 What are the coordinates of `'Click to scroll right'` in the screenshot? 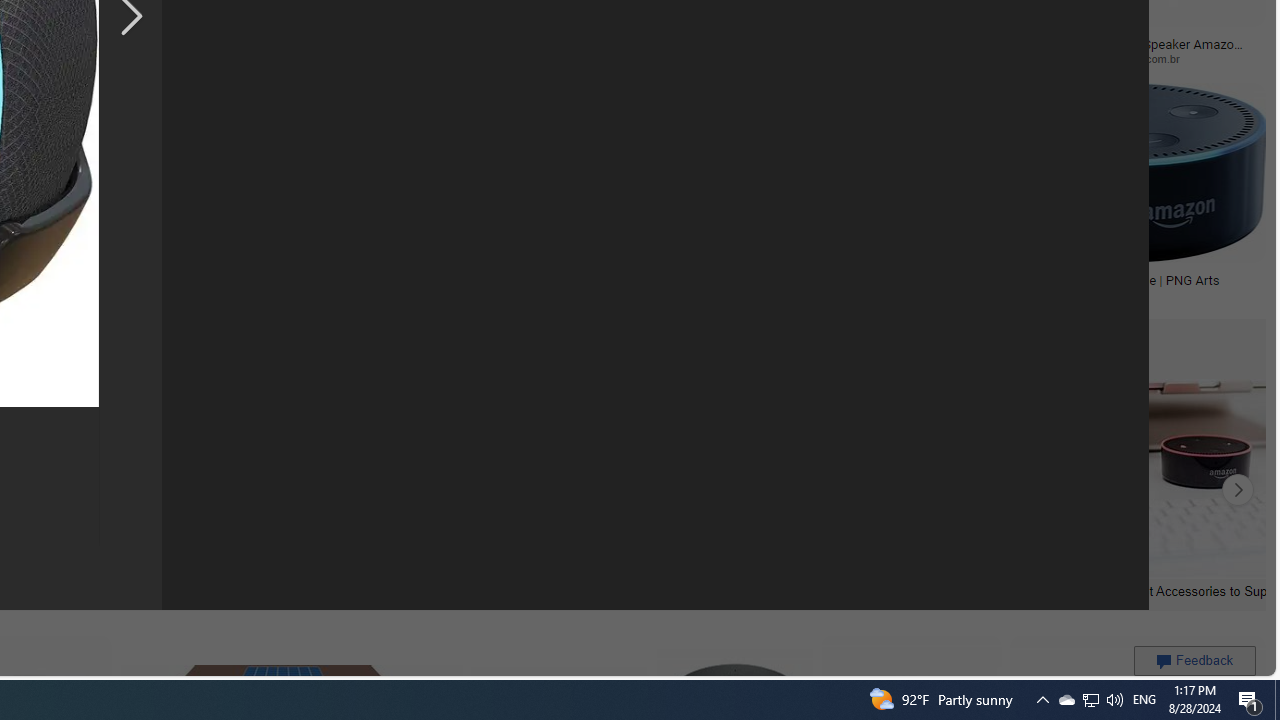 It's located at (1237, 489).